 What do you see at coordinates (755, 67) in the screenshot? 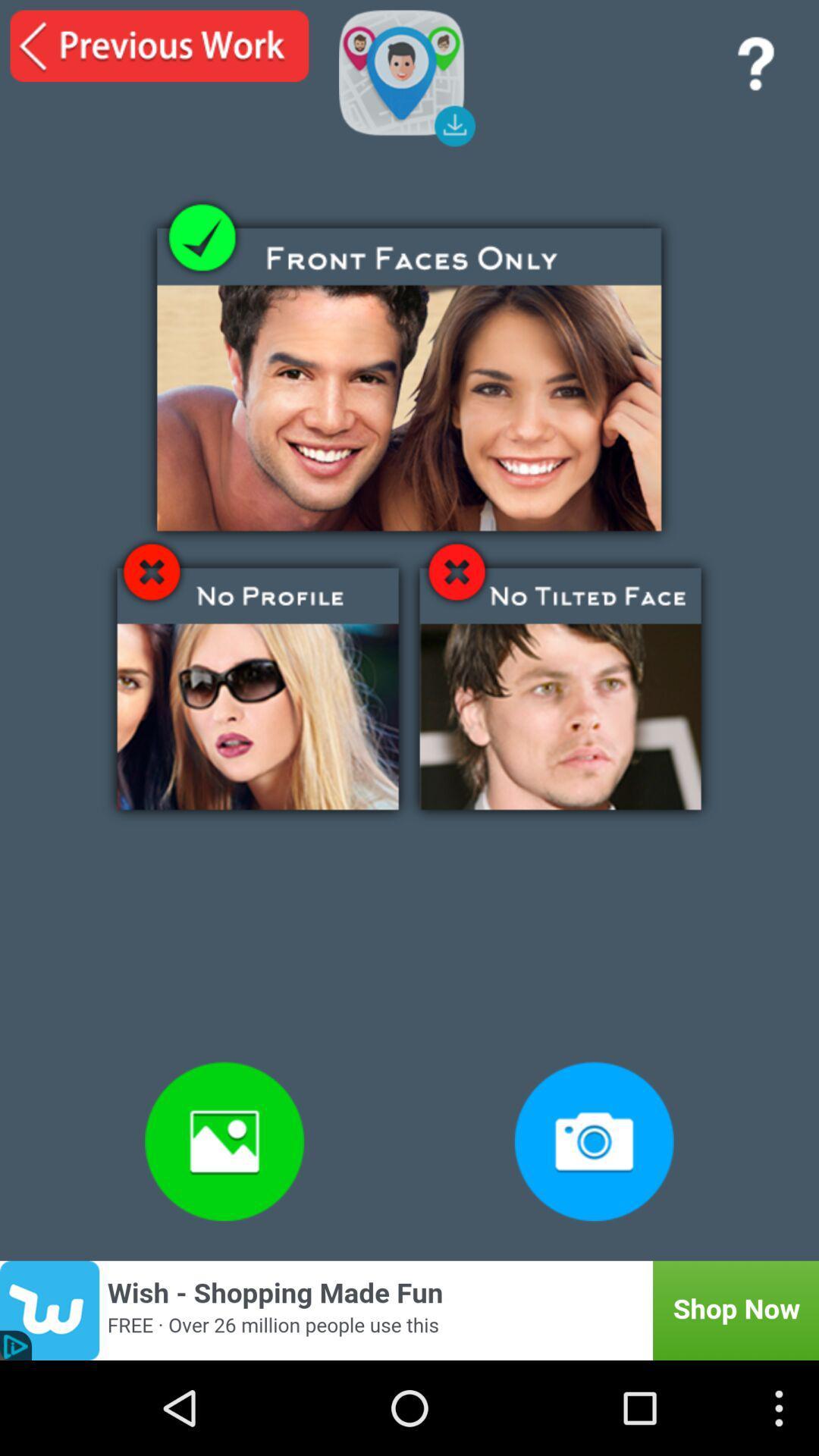
I see `the help icon` at bounding box center [755, 67].